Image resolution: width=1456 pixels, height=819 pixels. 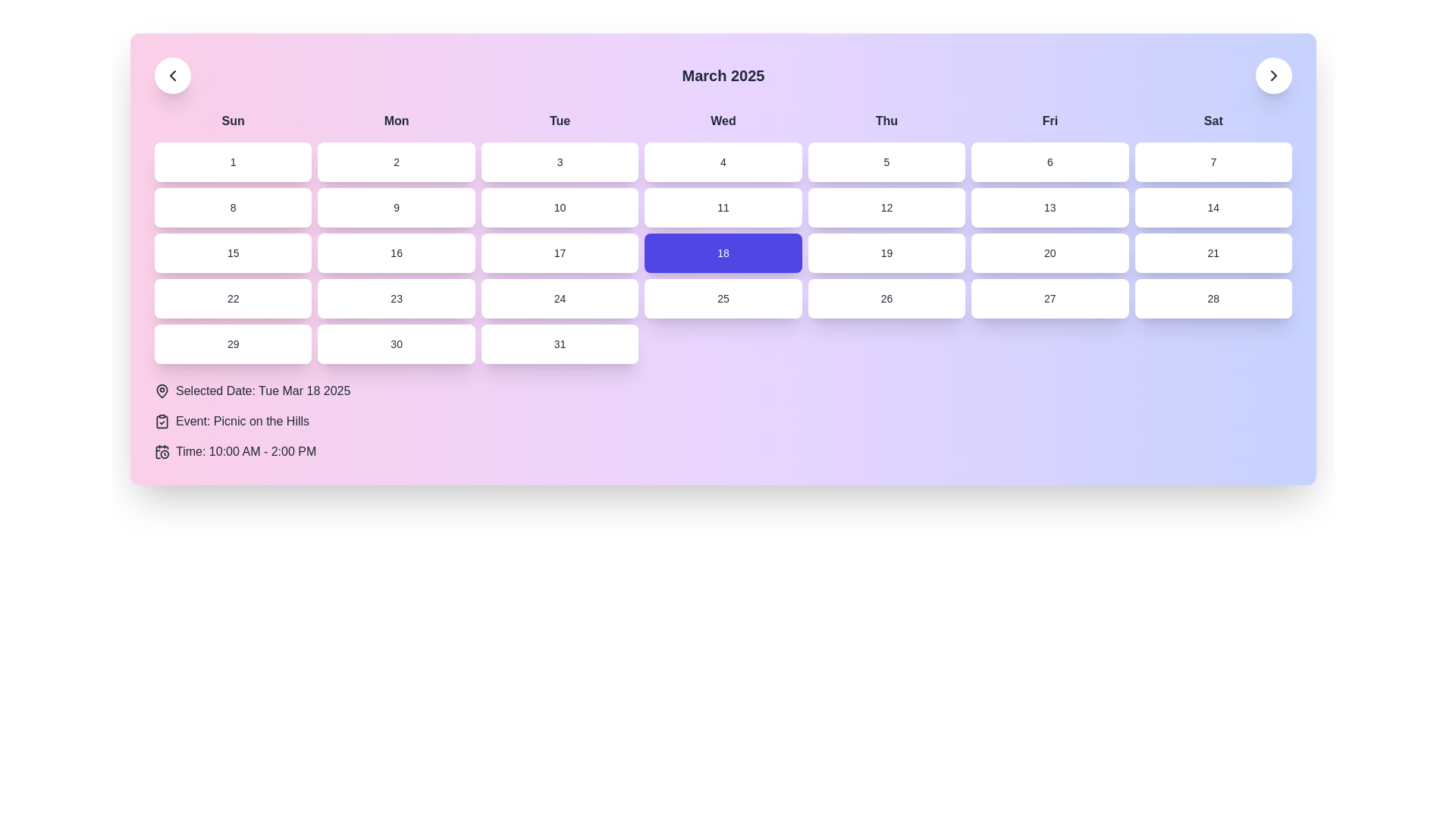 What do you see at coordinates (559, 120) in the screenshot?
I see `the Text Label indicating 'Tue', which is the third day in the calendar layout, positioned centrally in the third column` at bounding box center [559, 120].